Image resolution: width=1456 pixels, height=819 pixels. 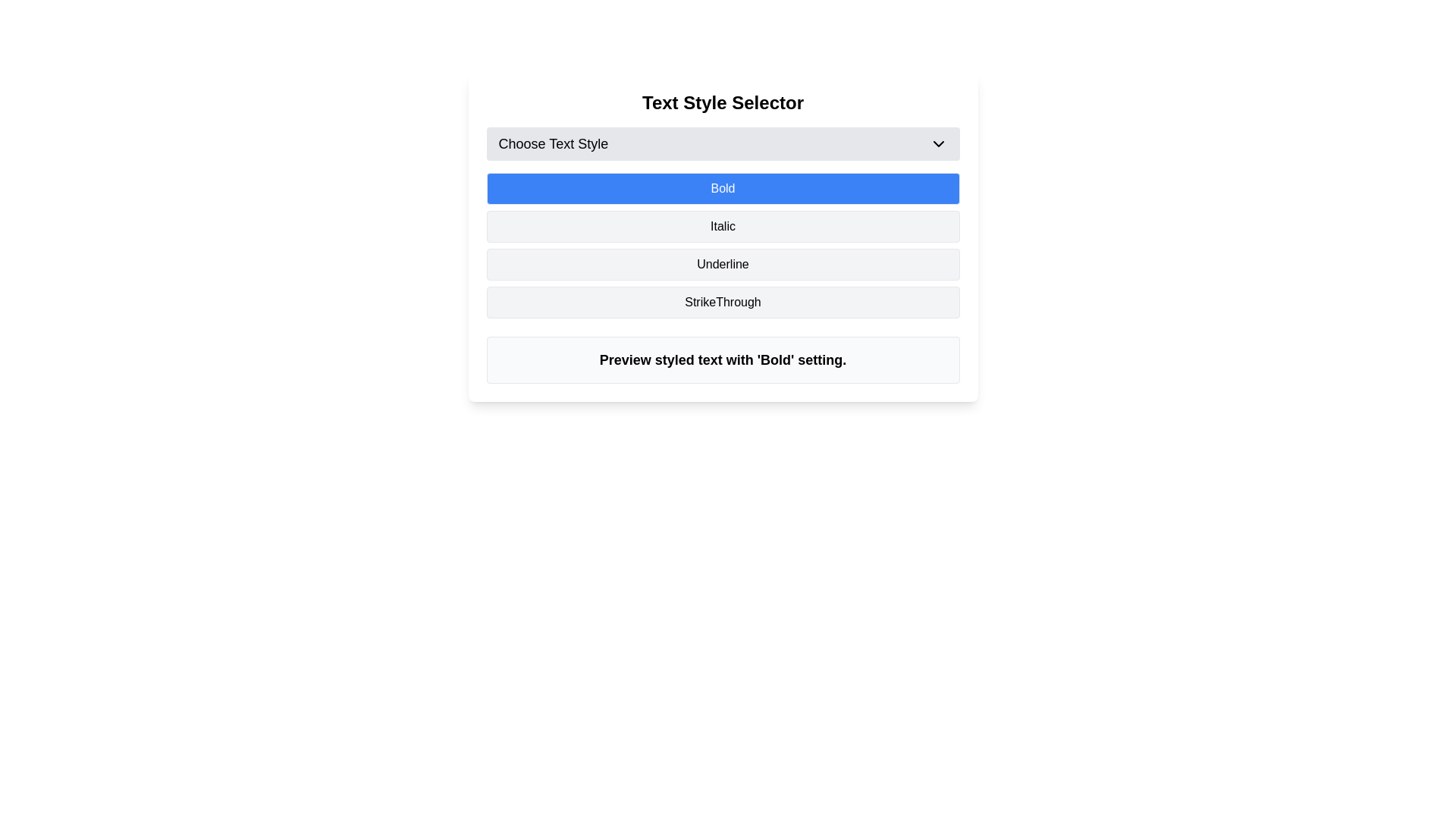 What do you see at coordinates (722, 359) in the screenshot?
I see `text content from the Text display area that provides visual feedback for the 'Bold' style option, located at the bottom of the layout` at bounding box center [722, 359].